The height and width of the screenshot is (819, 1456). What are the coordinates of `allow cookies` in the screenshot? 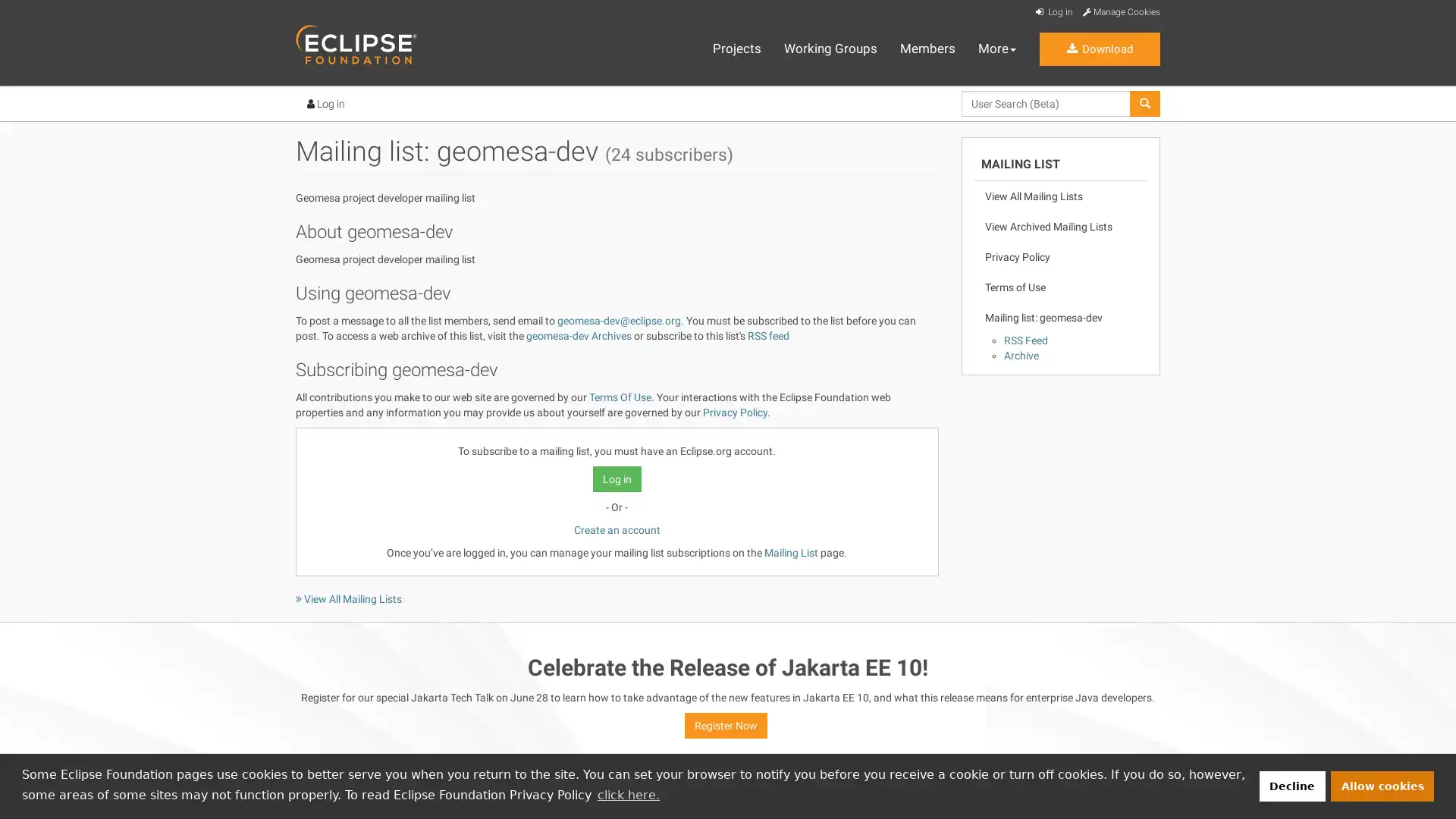 It's located at (1382, 785).